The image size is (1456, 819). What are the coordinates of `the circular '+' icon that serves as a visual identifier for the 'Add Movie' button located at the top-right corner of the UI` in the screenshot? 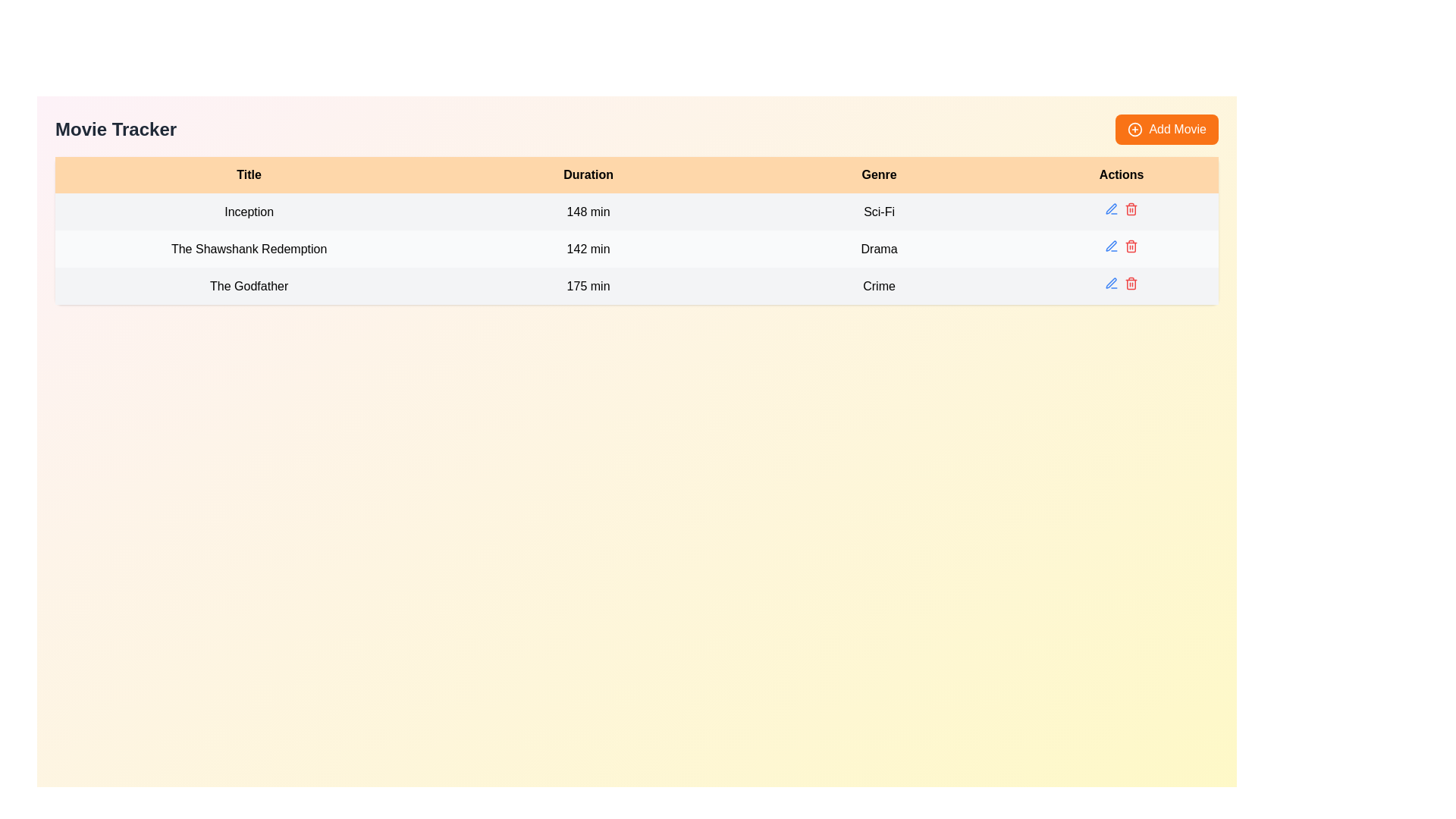 It's located at (1135, 128).